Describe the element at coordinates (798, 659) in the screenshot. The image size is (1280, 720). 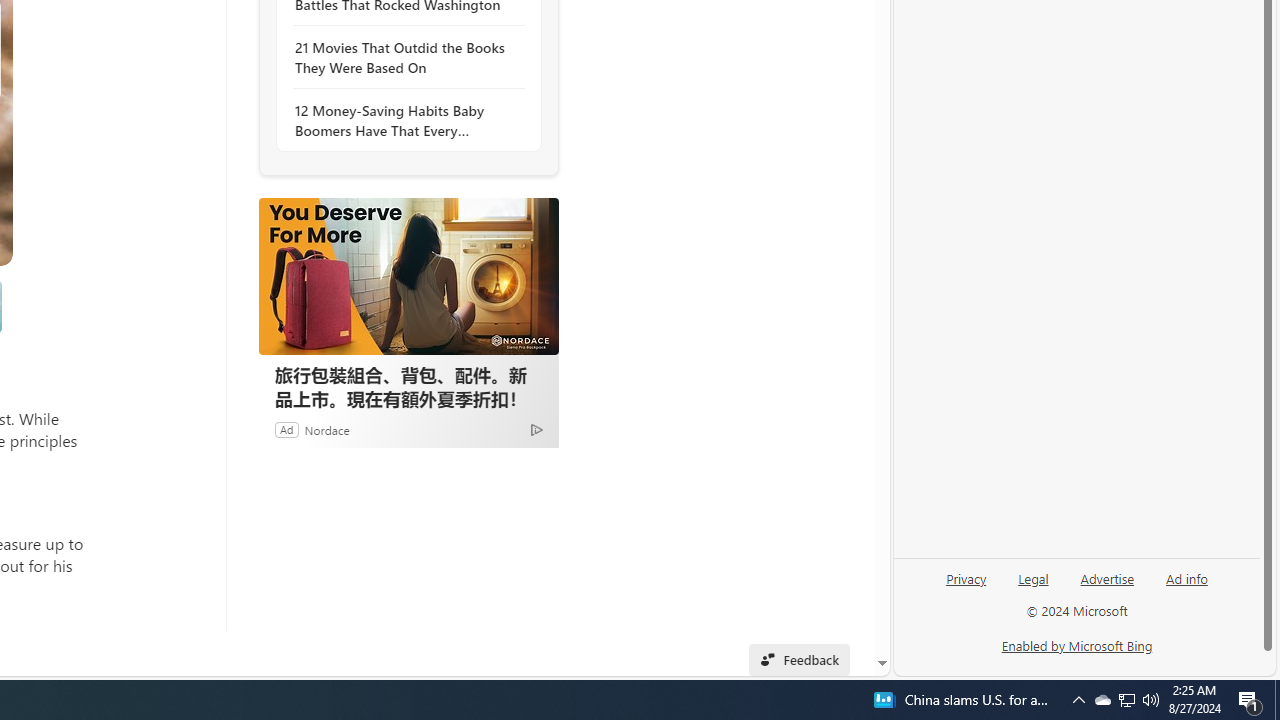
I see `'Feedback'` at that location.